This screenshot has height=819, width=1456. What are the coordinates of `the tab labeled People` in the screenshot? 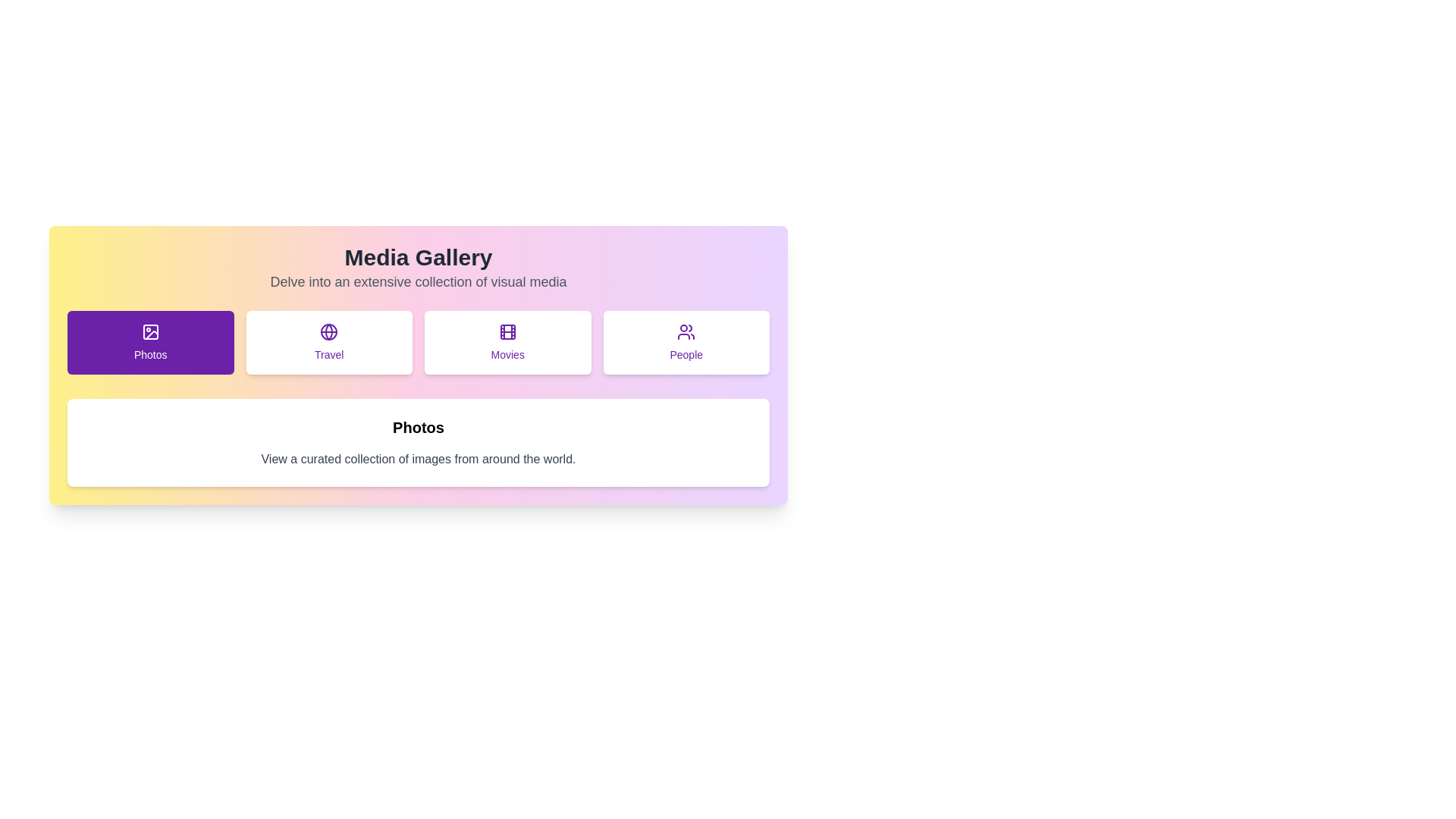 It's located at (686, 342).